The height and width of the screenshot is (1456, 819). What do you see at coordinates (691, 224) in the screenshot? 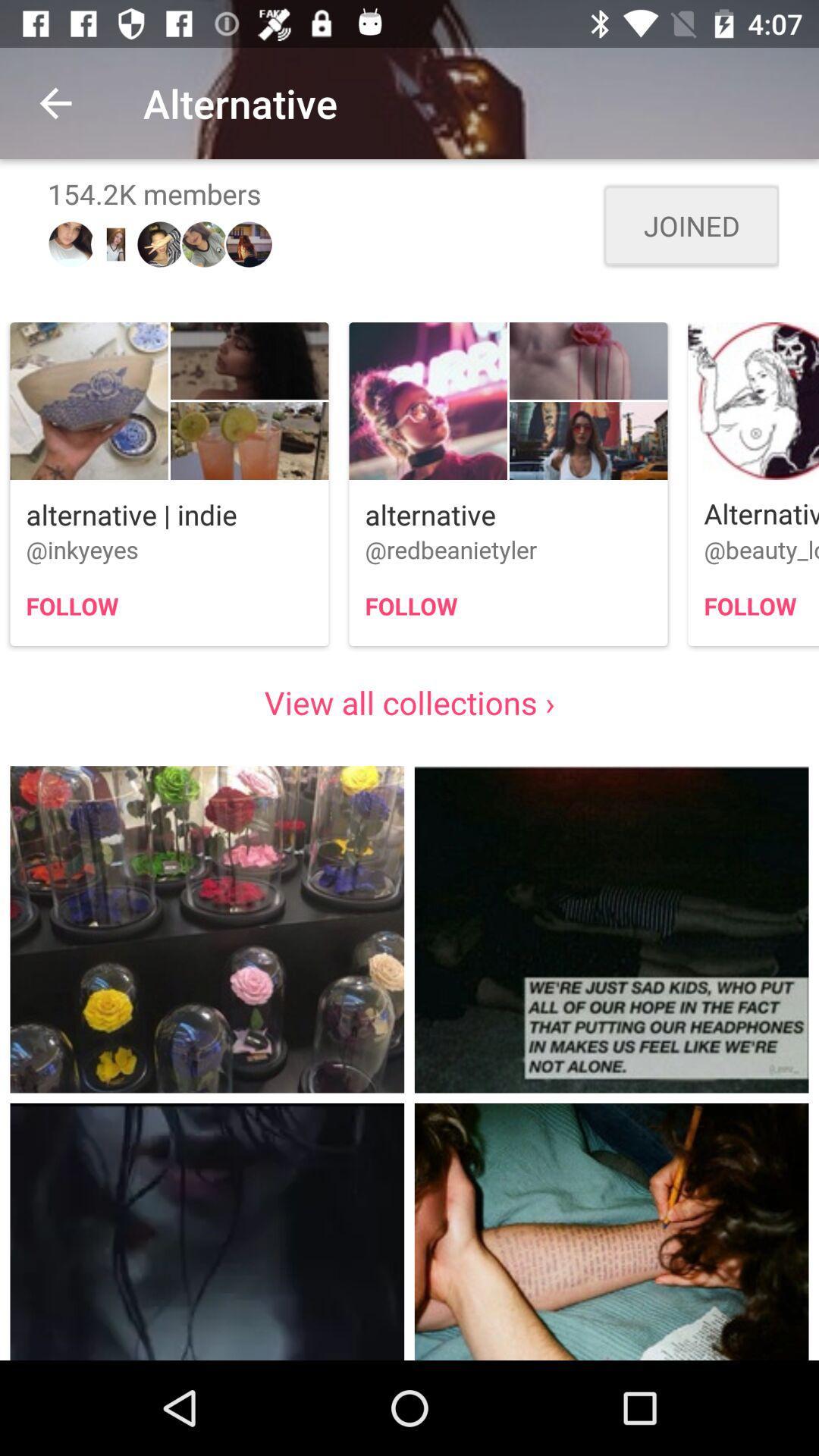
I see `the joined icon` at bounding box center [691, 224].